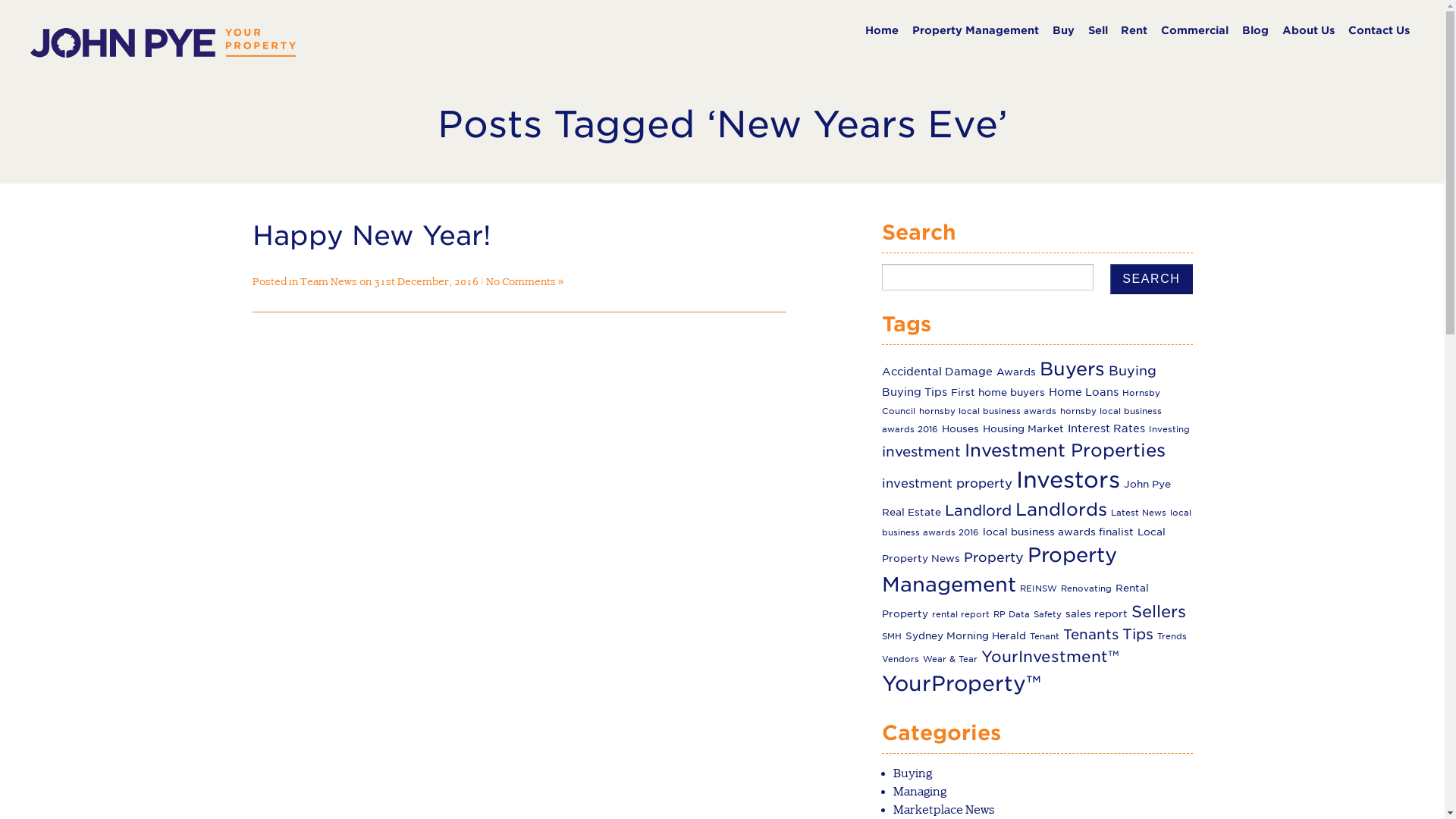  What do you see at coordinates (1085, 588) in the screenshot?
I see `'Renovating'` at bounding box center [1085, 588].